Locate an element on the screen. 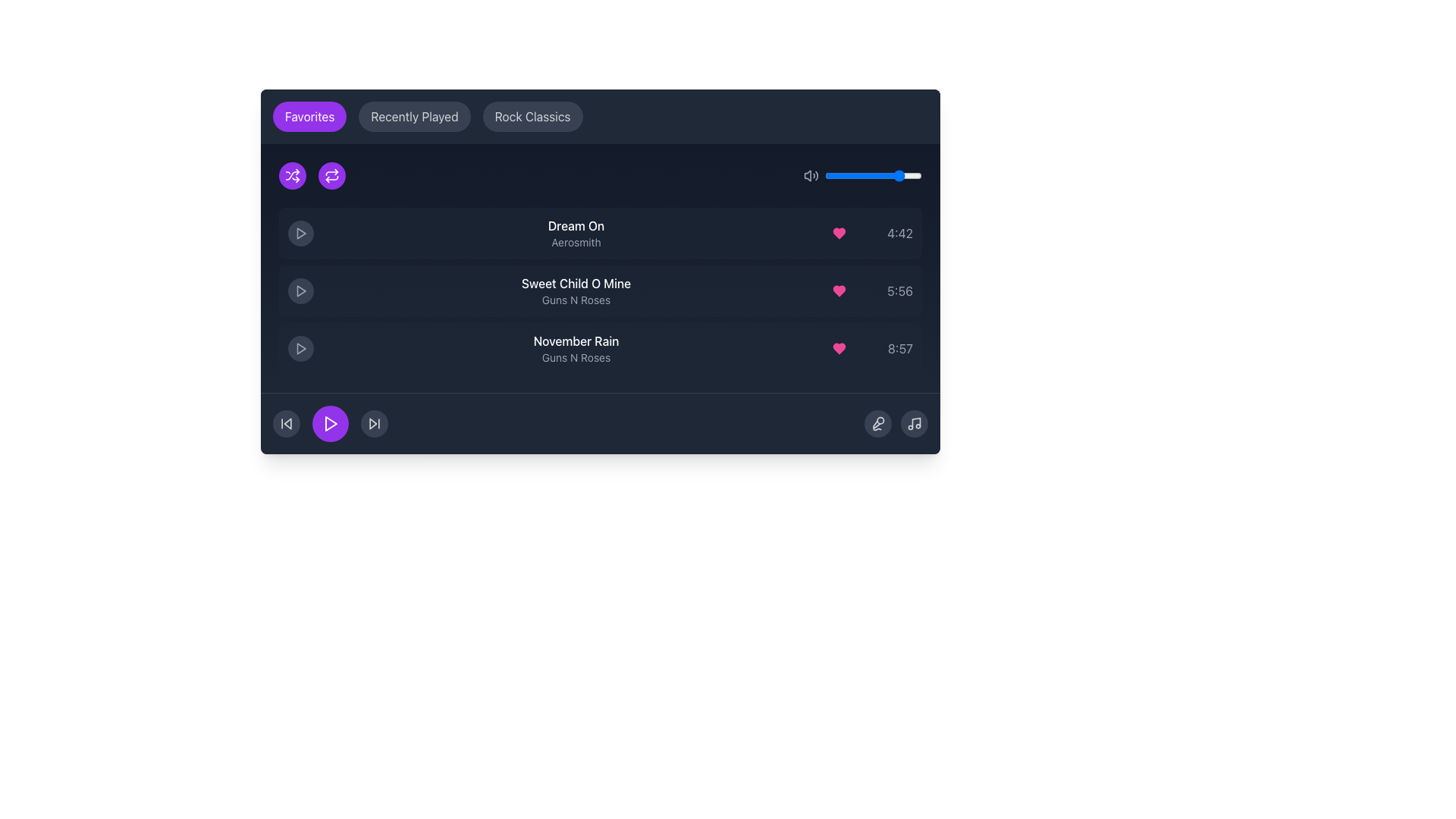 The width and height of the screenshot is (1456, 819). the triangular-shaped red play button icon located in the second row of the musical playlist interface is located at coordinates (301, 348).